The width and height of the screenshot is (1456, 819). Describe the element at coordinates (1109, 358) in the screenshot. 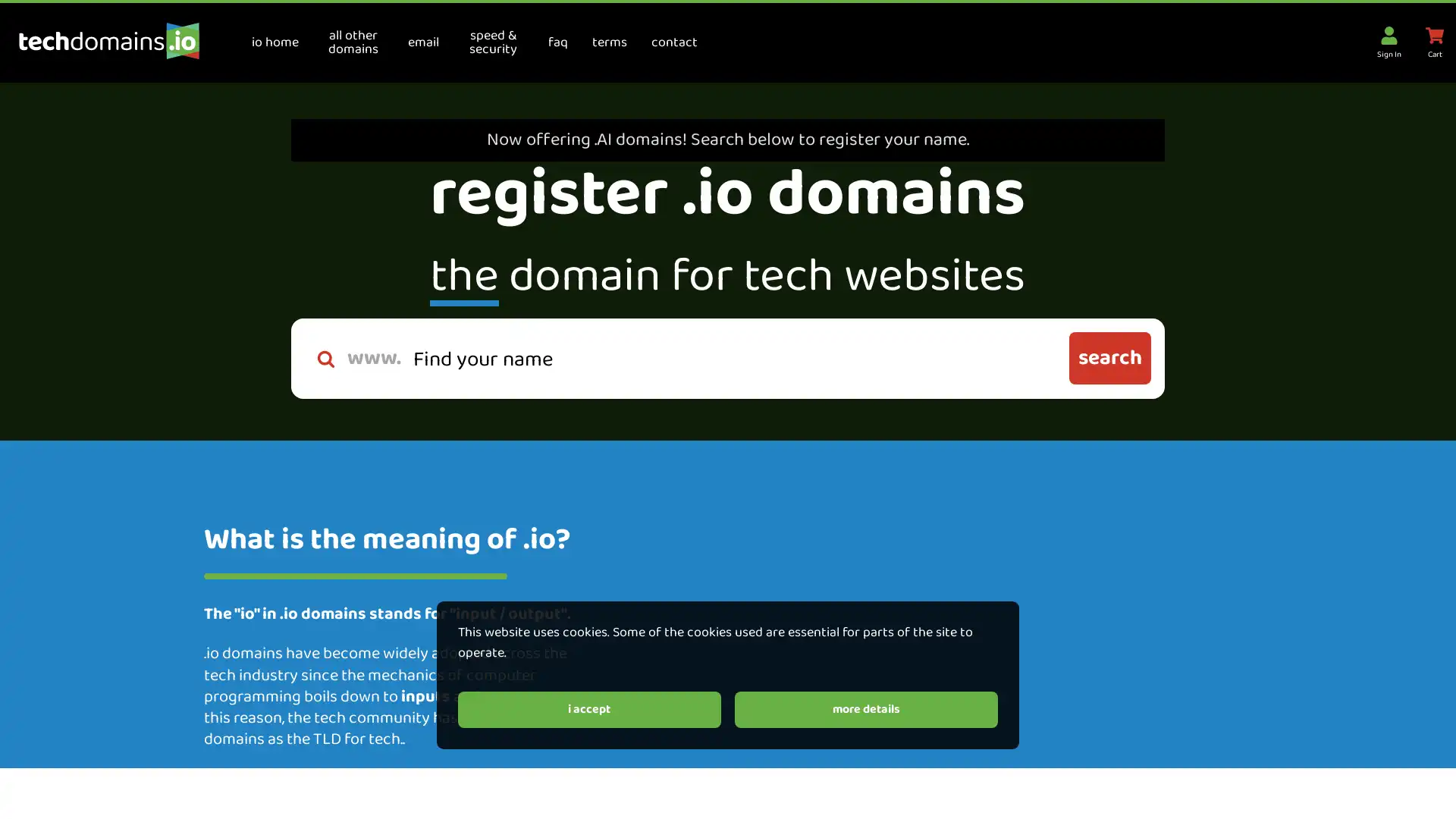

I see `Search button` at that location.